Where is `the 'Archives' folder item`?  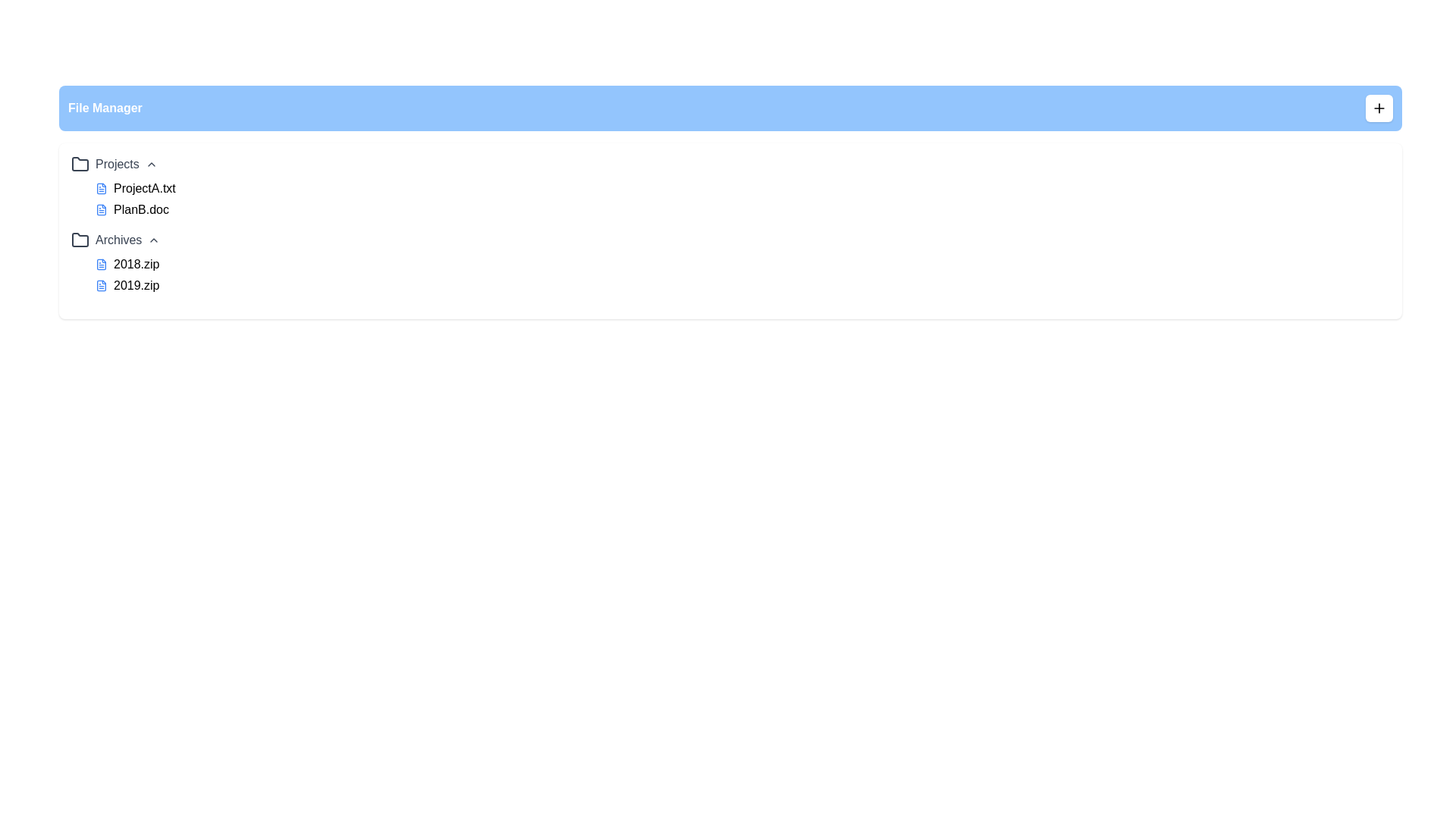
the 'Archives' folder item is located at coordinates (115, 239).